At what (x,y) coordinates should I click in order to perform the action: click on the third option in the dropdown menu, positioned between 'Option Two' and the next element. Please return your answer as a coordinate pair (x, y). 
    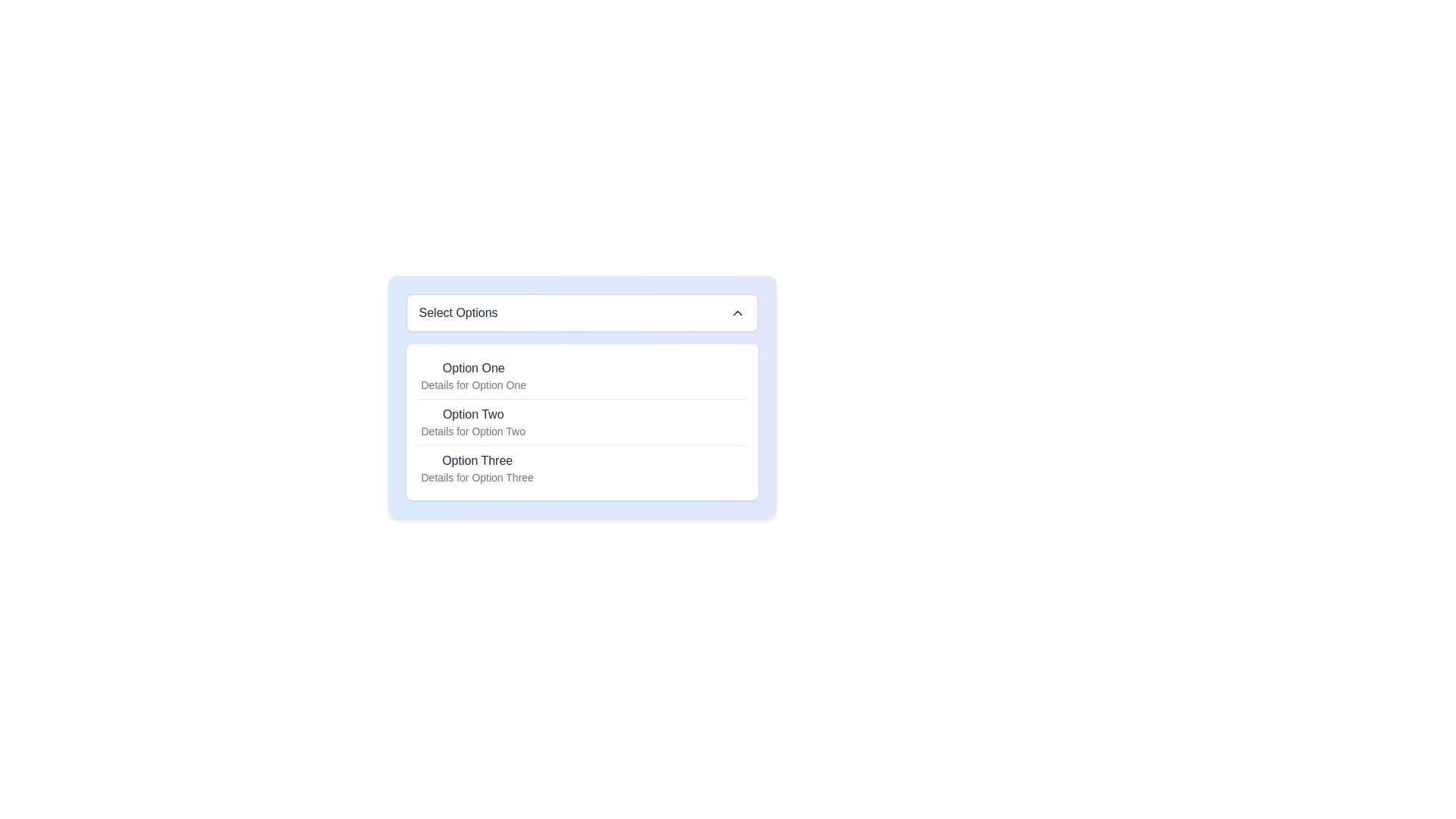
    Looking at the image, I should click on (476, 467).